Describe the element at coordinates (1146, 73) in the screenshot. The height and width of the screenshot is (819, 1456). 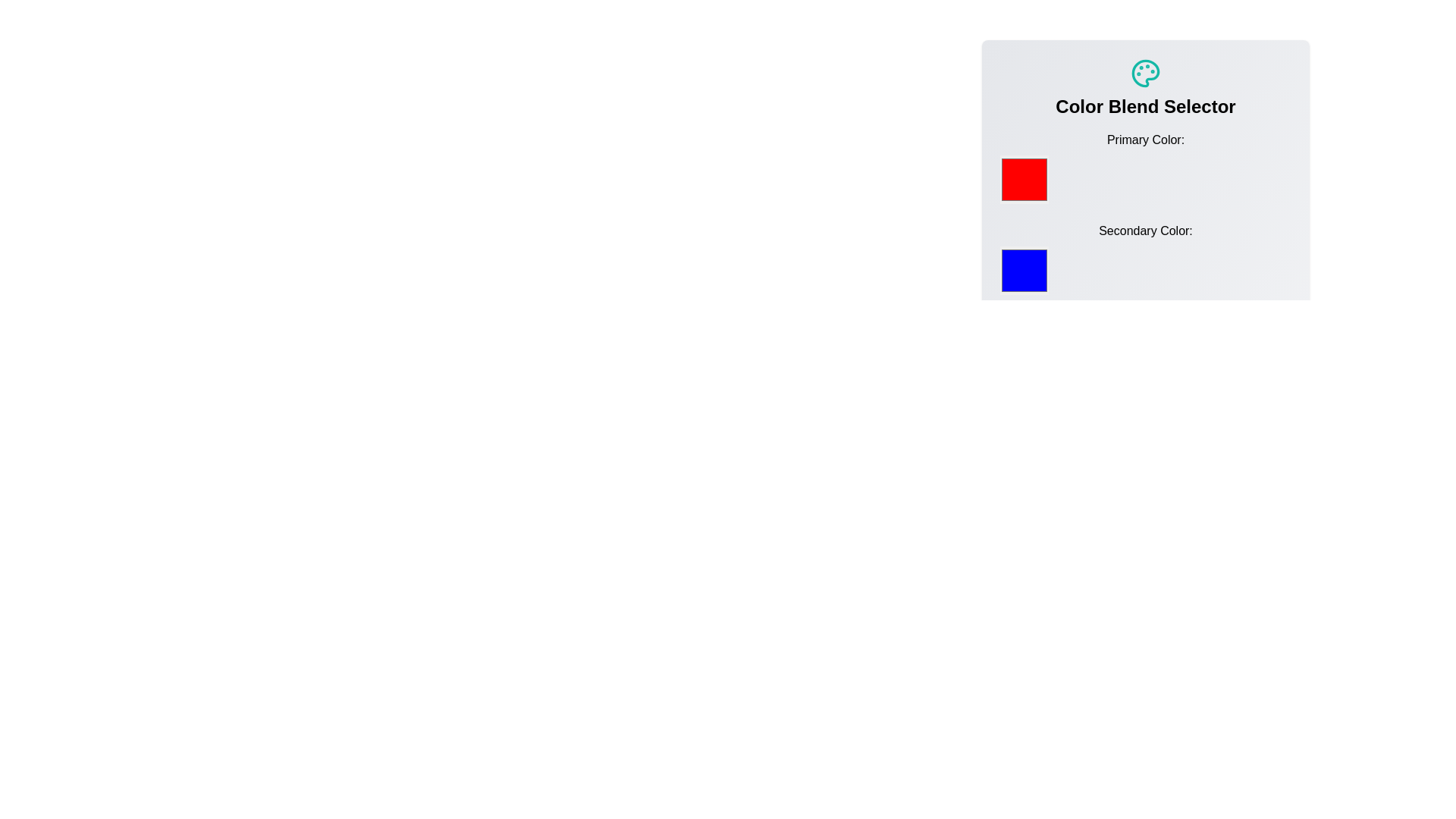
I see `the Decorative Icon representing a palette, which symbolizes color selection or blending functionality, located at the top of the 'Color Blend Selector' card` at that location.